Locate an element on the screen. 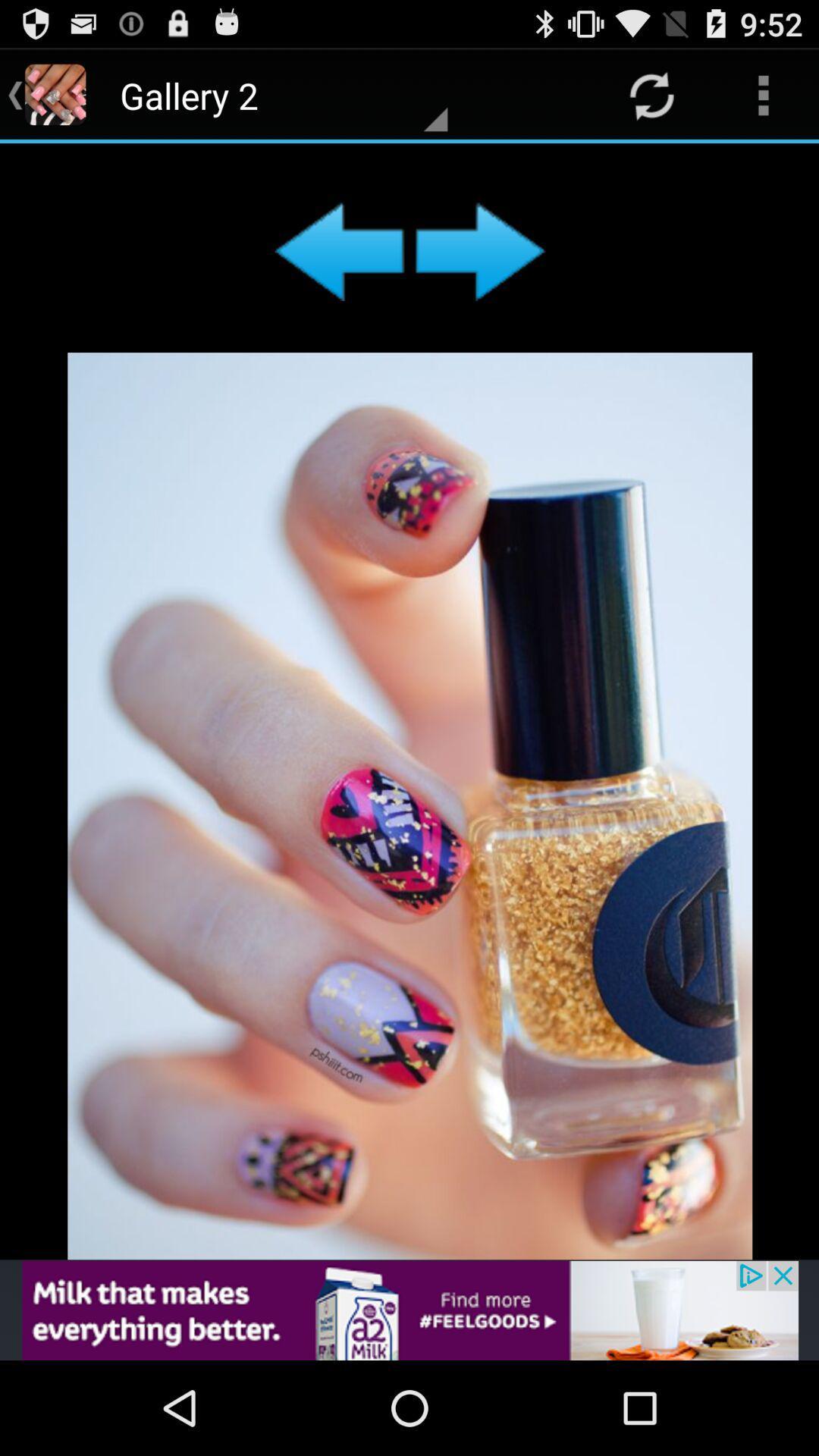 The image size is (819, 1456). screen advertisement is located at coordinates (409, 701).